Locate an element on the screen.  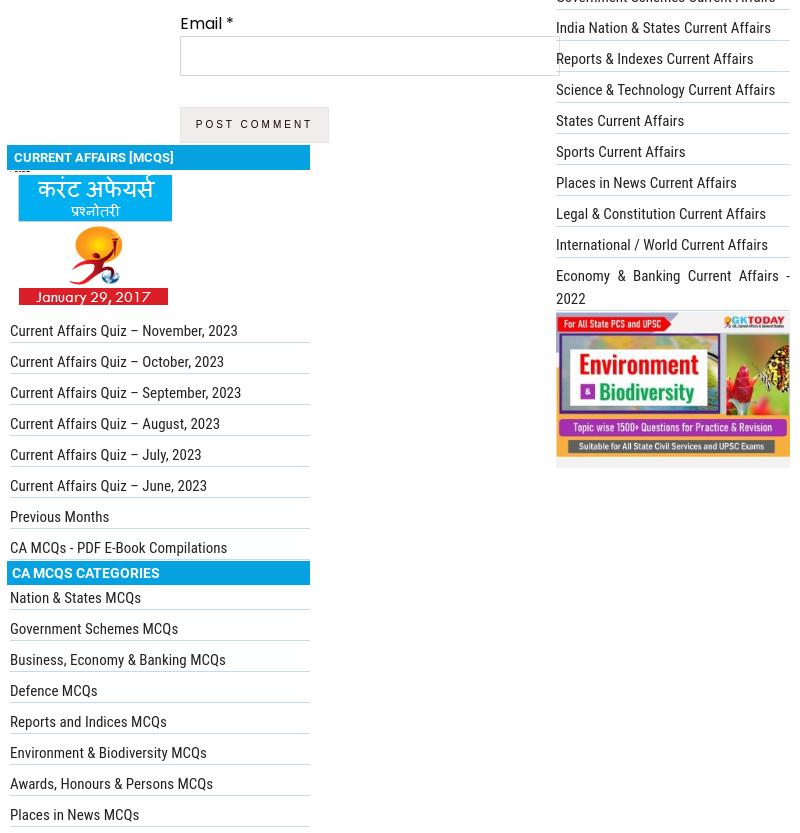
'Places in News Current Affairs' is located at coordinates (645, 182).